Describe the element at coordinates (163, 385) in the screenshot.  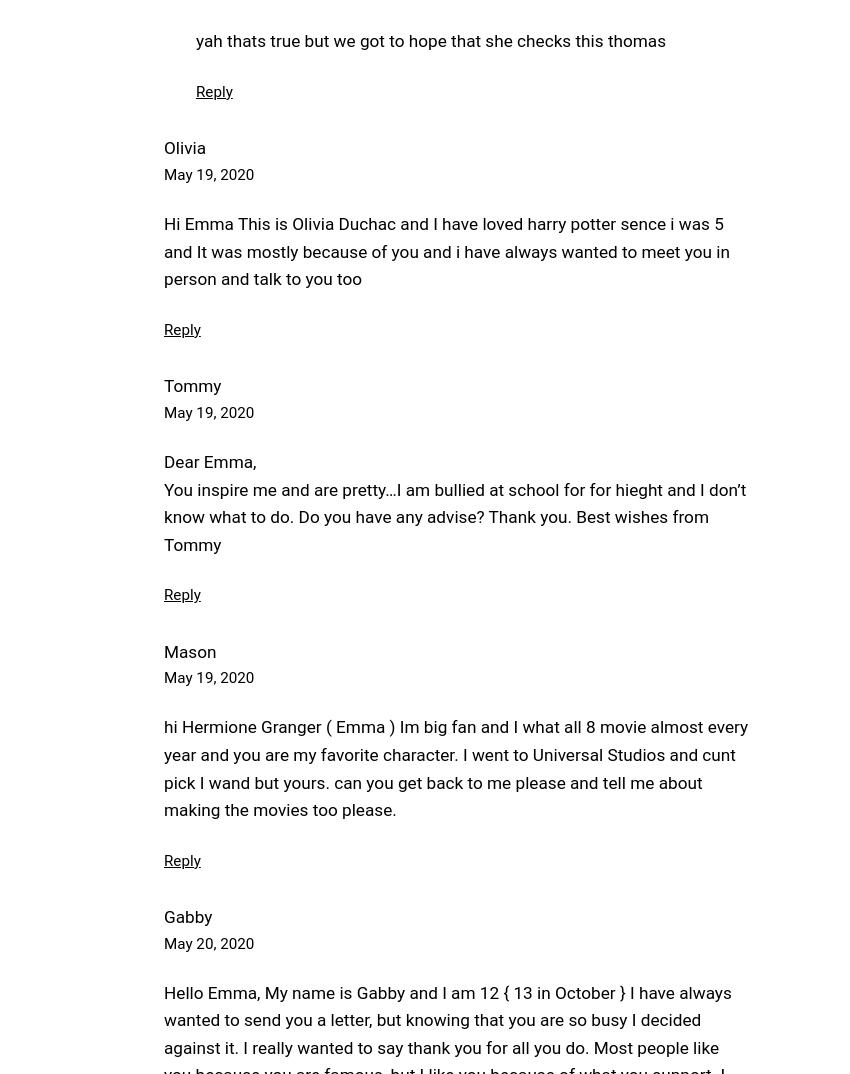
I see `'Tommy'` at that location.